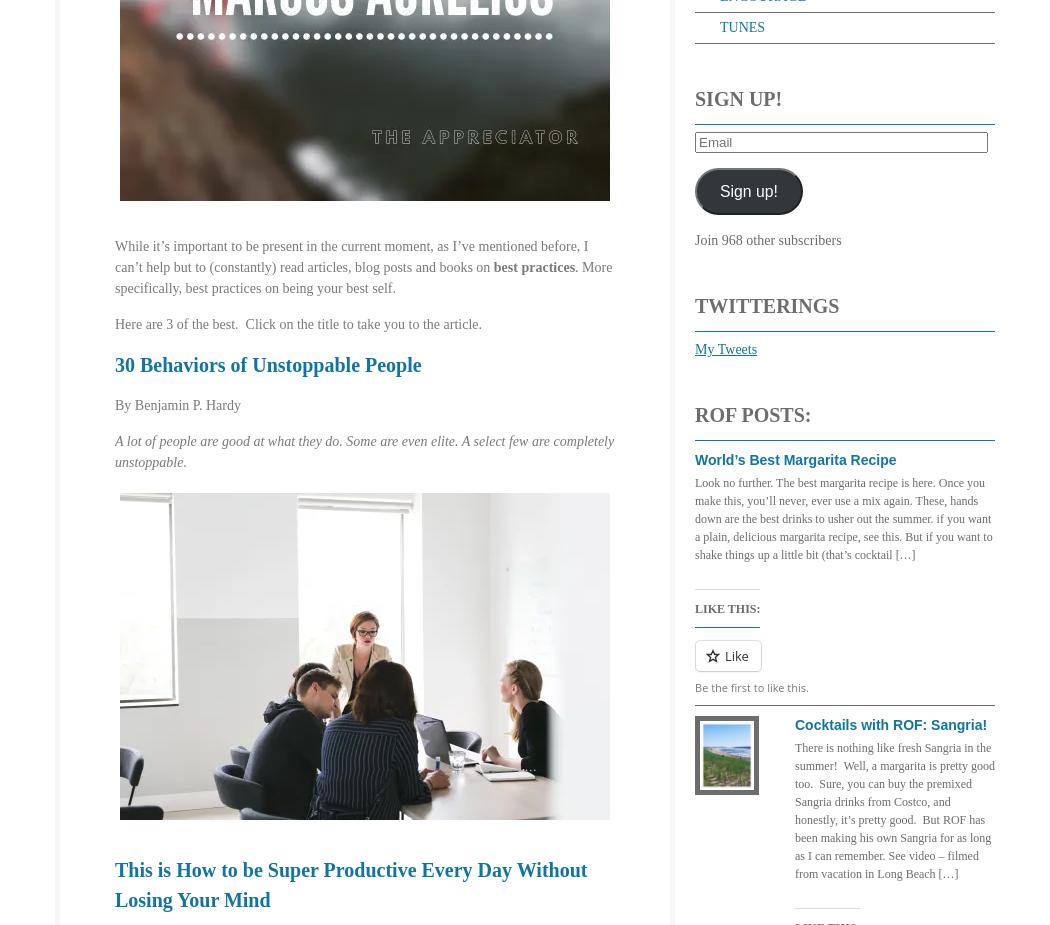  I want to click on 'ROF posts:', so click(694, 413).